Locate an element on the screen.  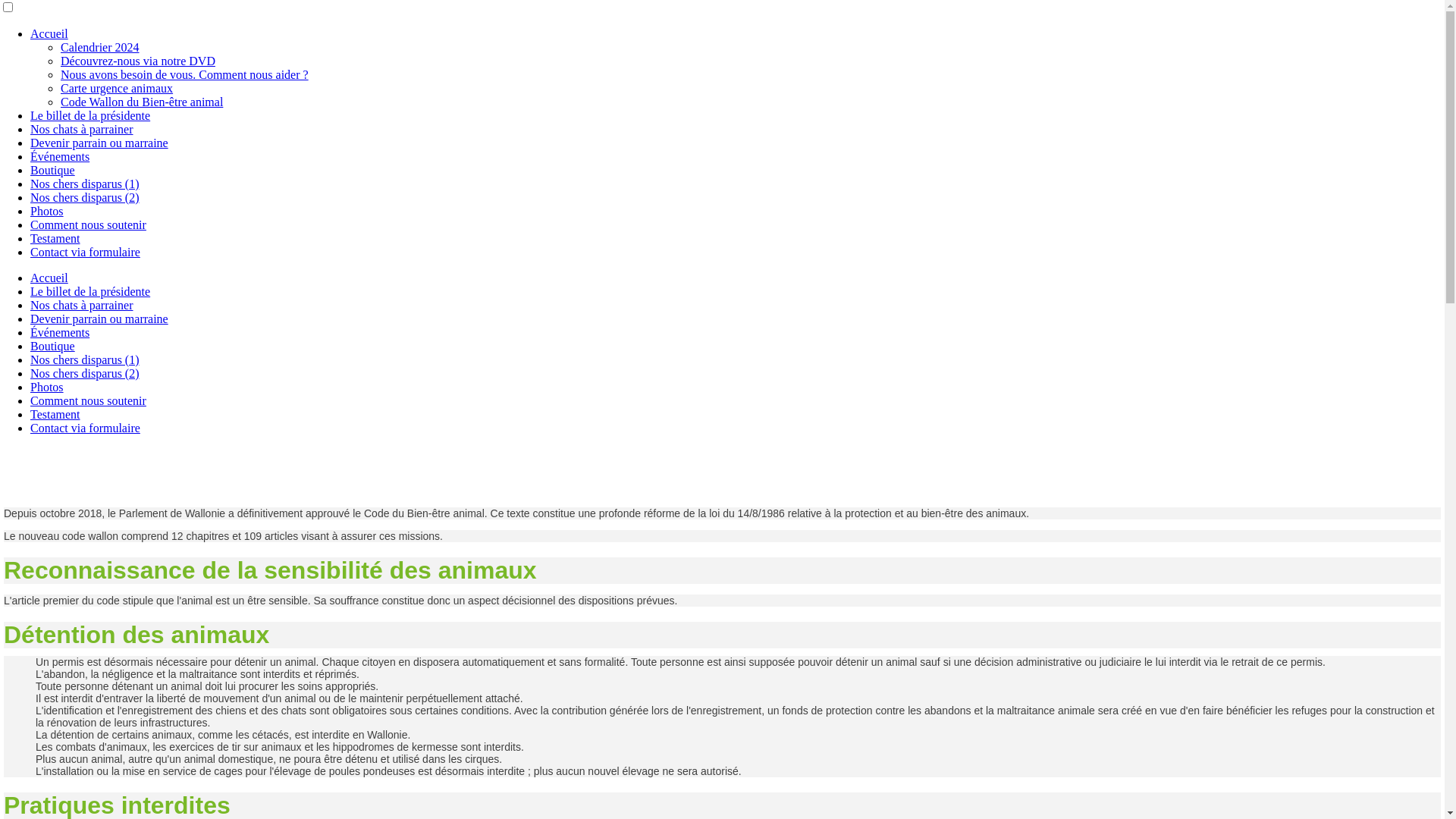
'Testament' is located at coordinates (55, 414).